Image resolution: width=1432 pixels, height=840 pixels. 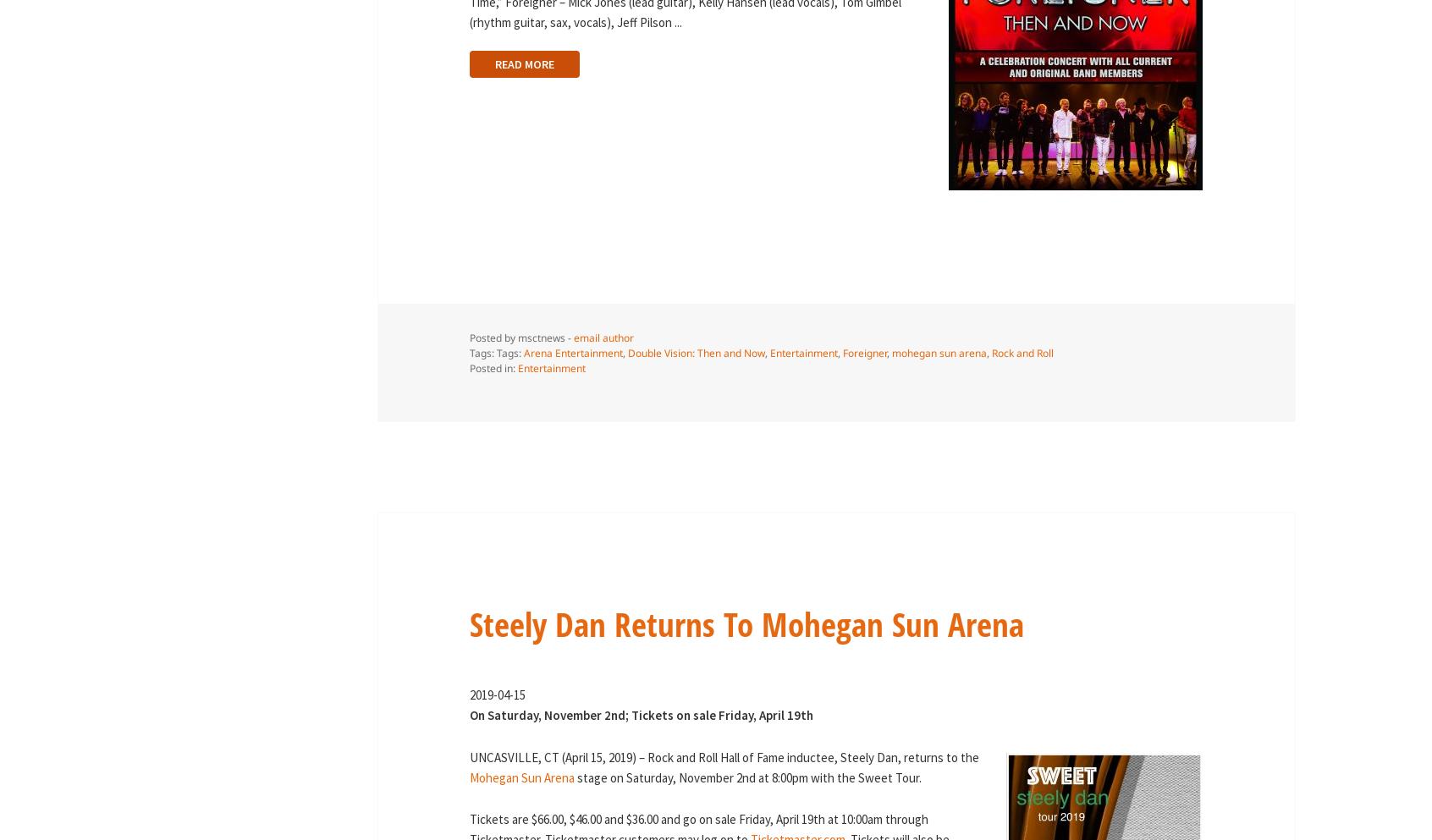 I want to click on '...', so click(x=677, y=20).